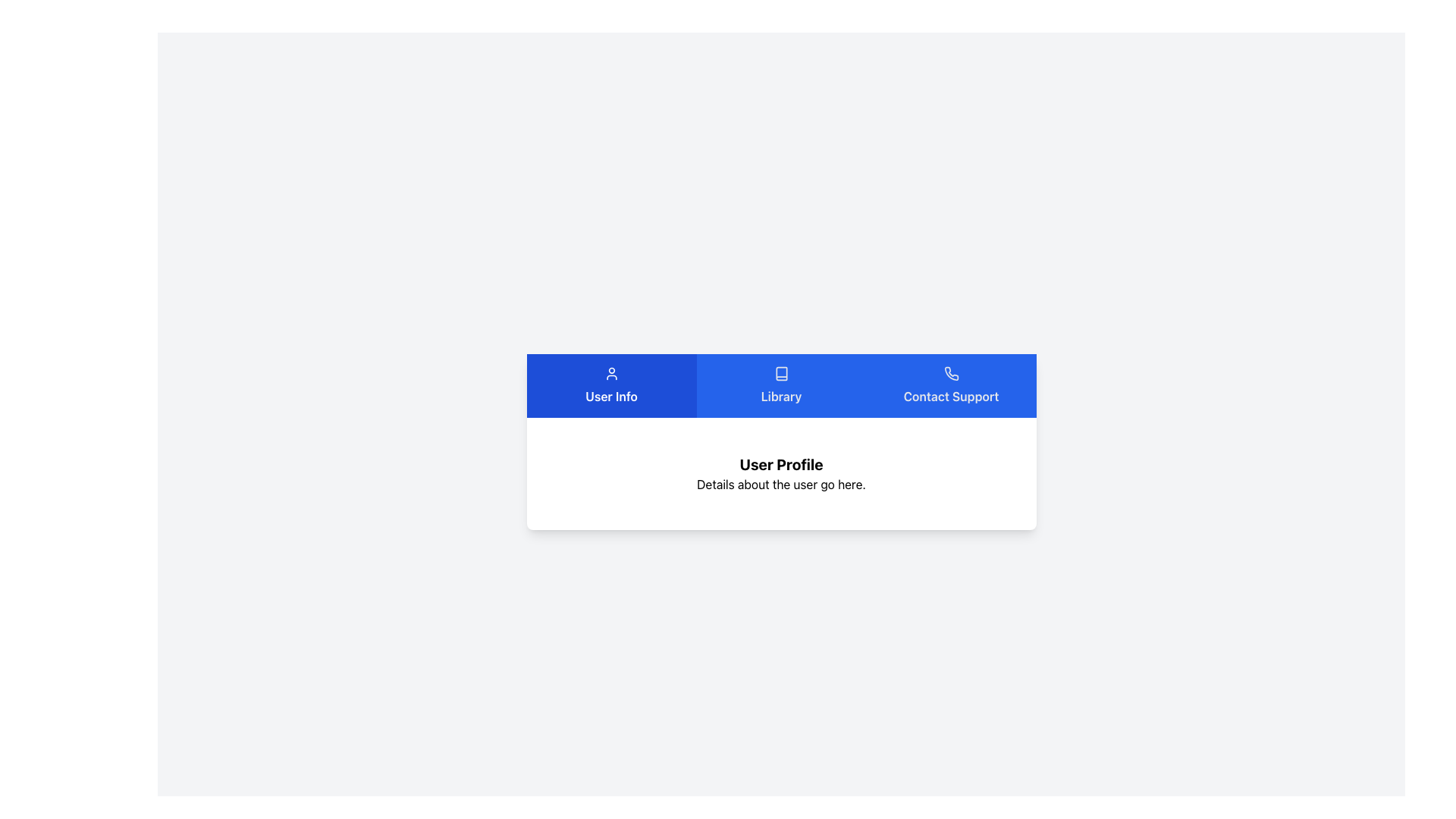 This screenshot has height=819, width=1456. I want to click on the 'Library' button in the horizontal navigation bar, which has a blue background and a book icon above the label, so click(781, 385).